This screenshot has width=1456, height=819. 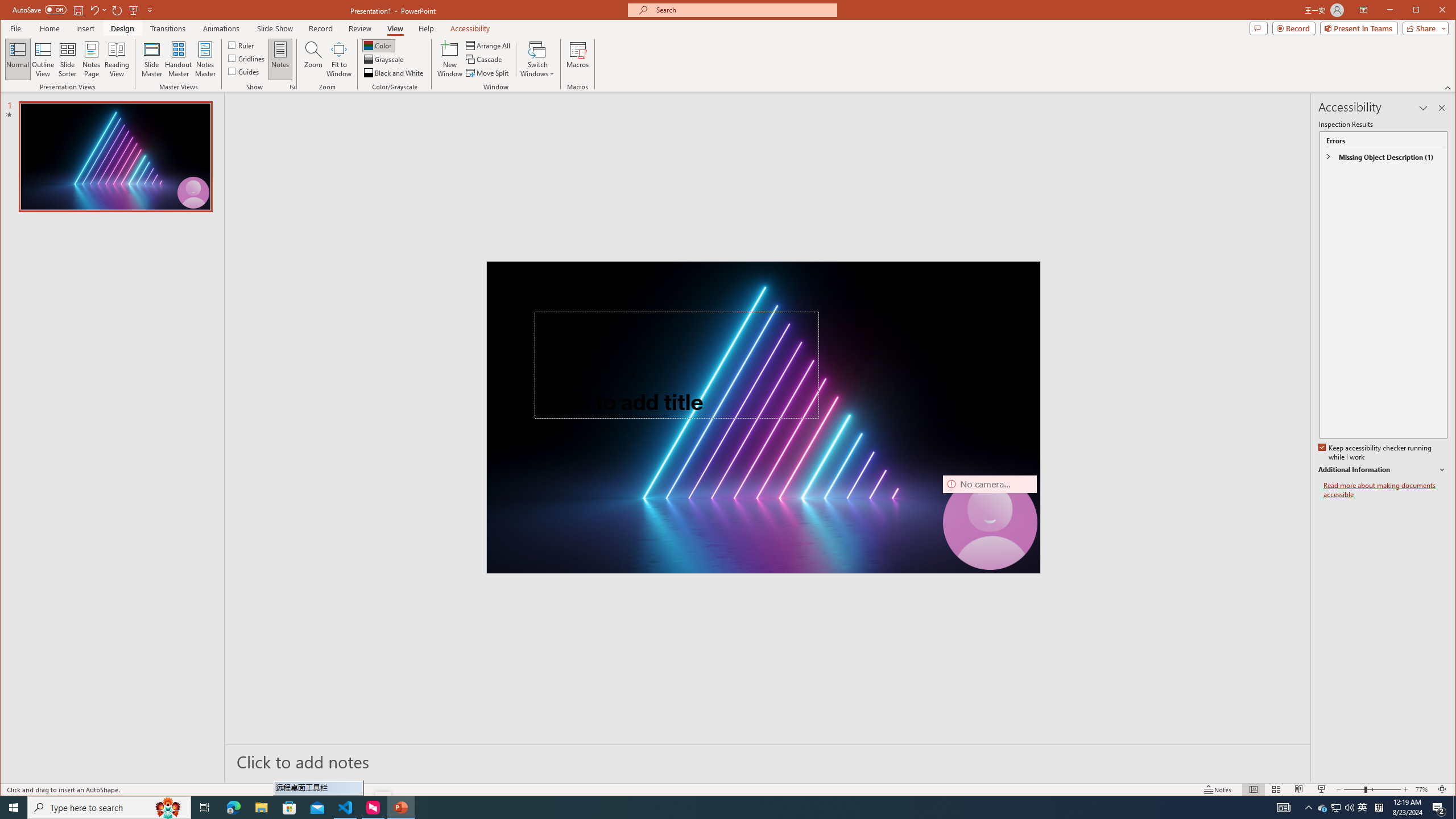 What do you see at coordinates (91, 59) in the screenshot?
I see `'Notes Page'` at bounding box center [91, 59].